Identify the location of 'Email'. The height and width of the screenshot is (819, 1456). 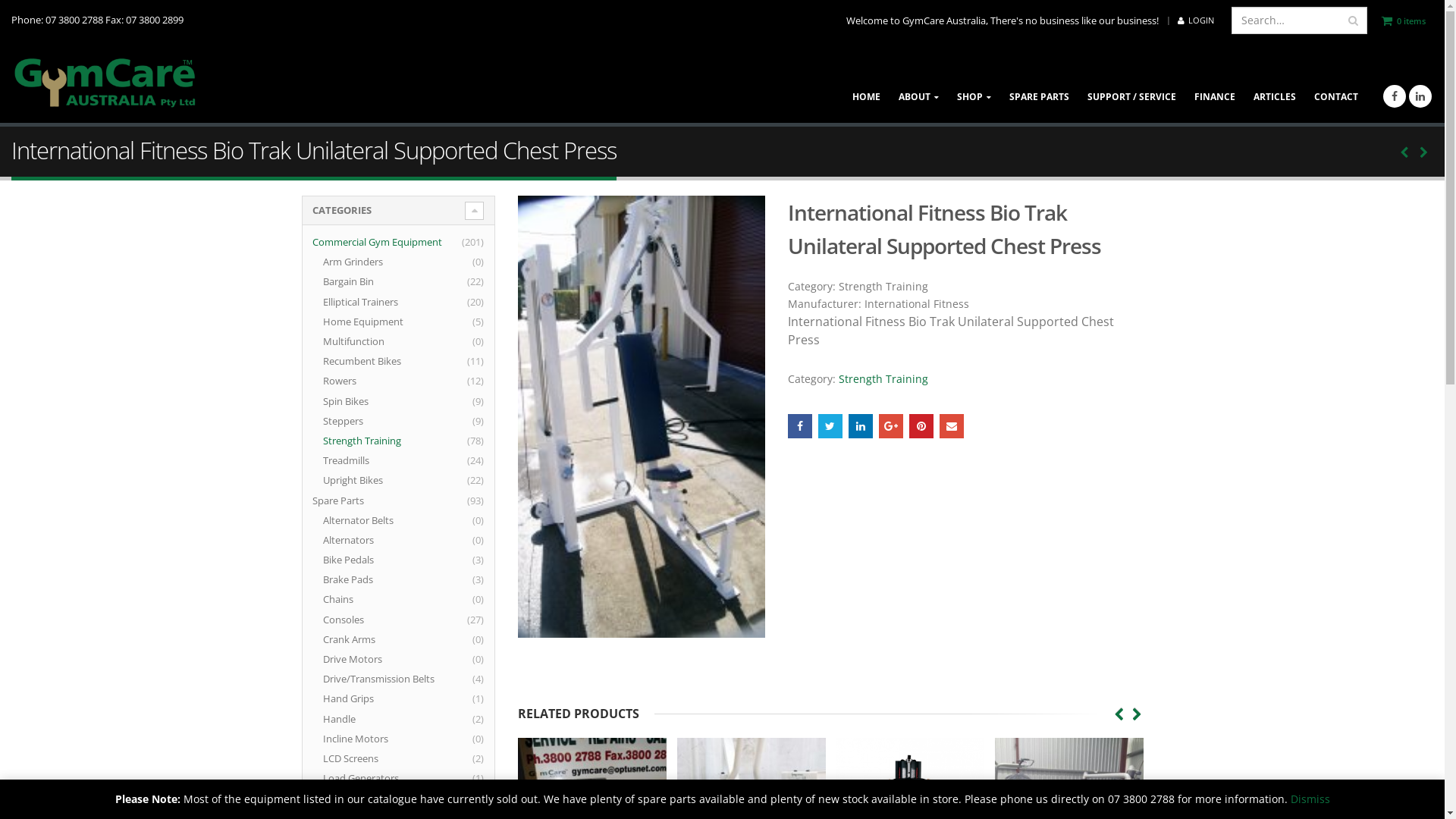
(938, 426).